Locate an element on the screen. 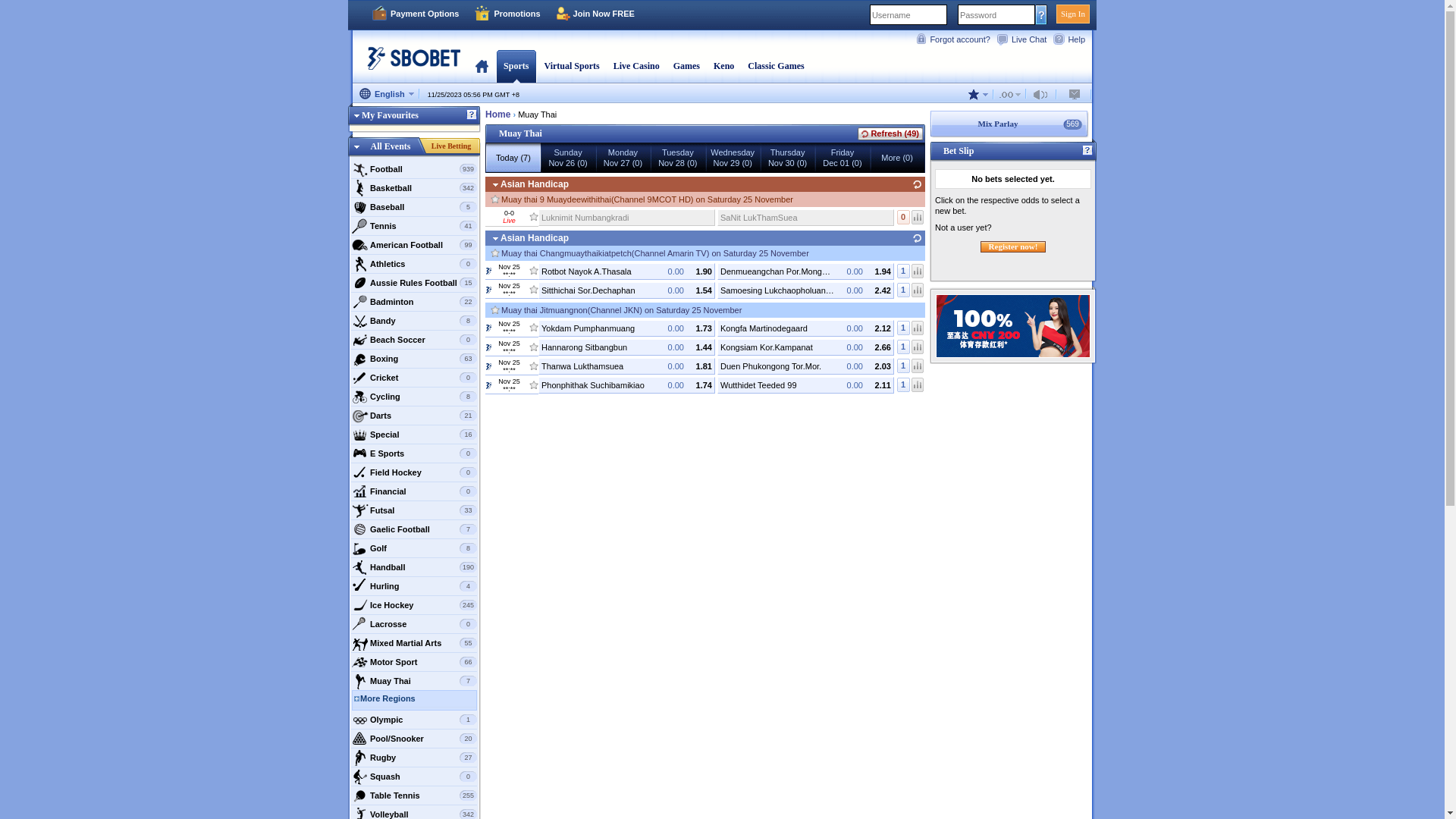 Image resolution: width=1456 pixels, height=819 pixels. 'Motor Sport is located at coordinates (350, 661).